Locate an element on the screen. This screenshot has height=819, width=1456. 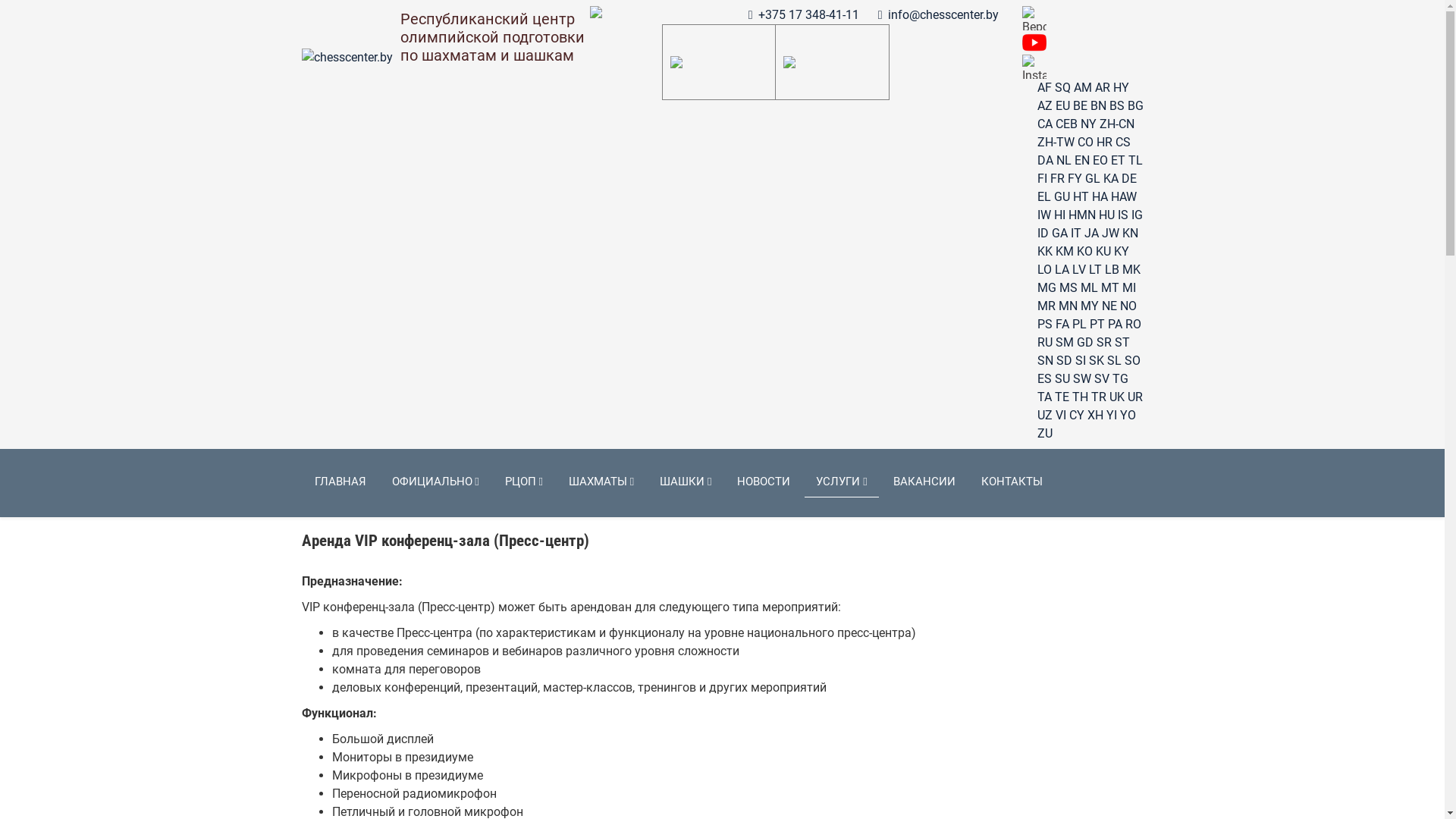
'PS' is located at coordinates (1043, 323).